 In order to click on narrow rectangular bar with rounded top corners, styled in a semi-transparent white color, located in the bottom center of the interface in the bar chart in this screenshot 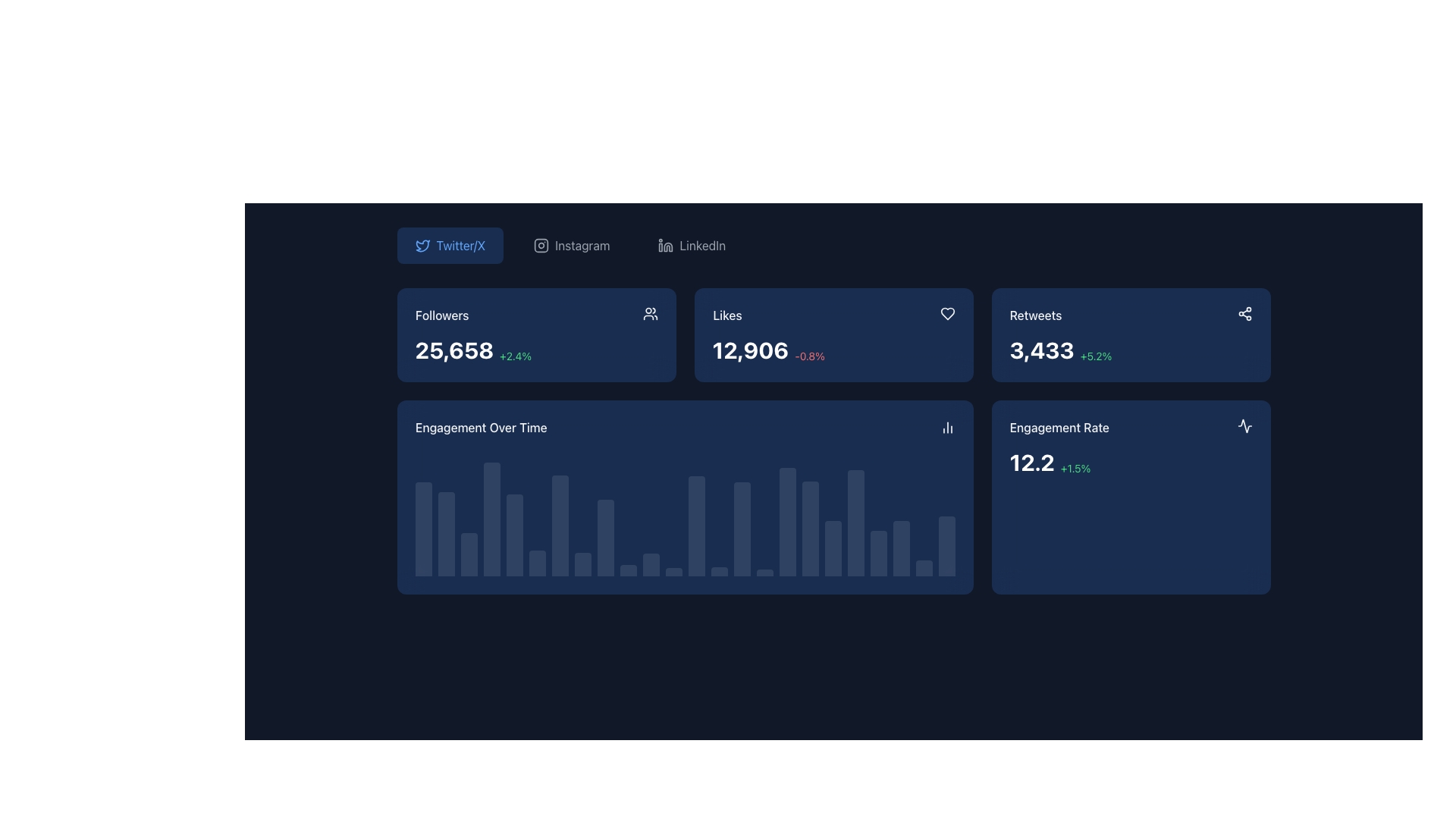, I will do `click(718, 571)`.